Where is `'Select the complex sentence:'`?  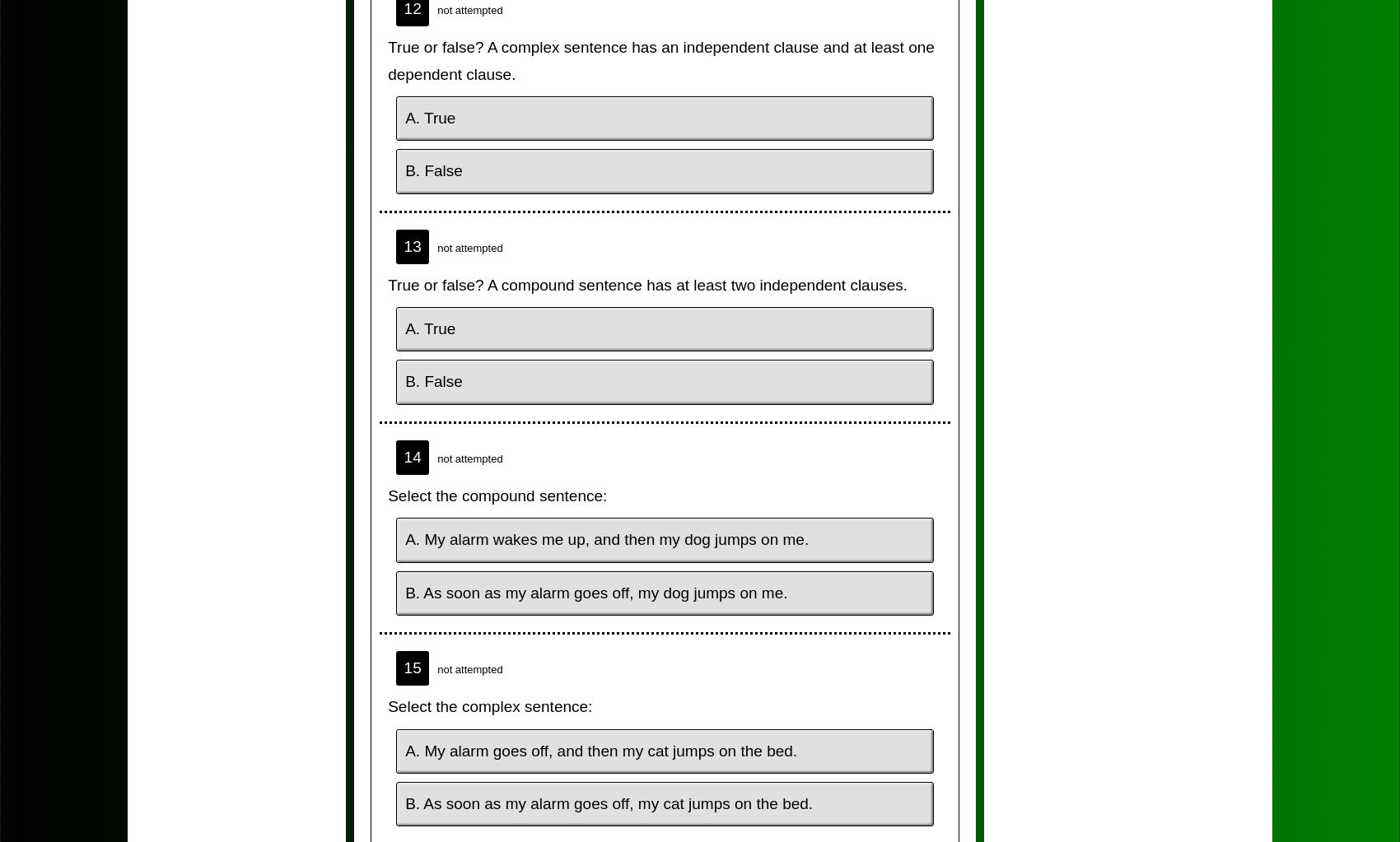 'Select the complex sentence:' is located at coordinates (489, 705).